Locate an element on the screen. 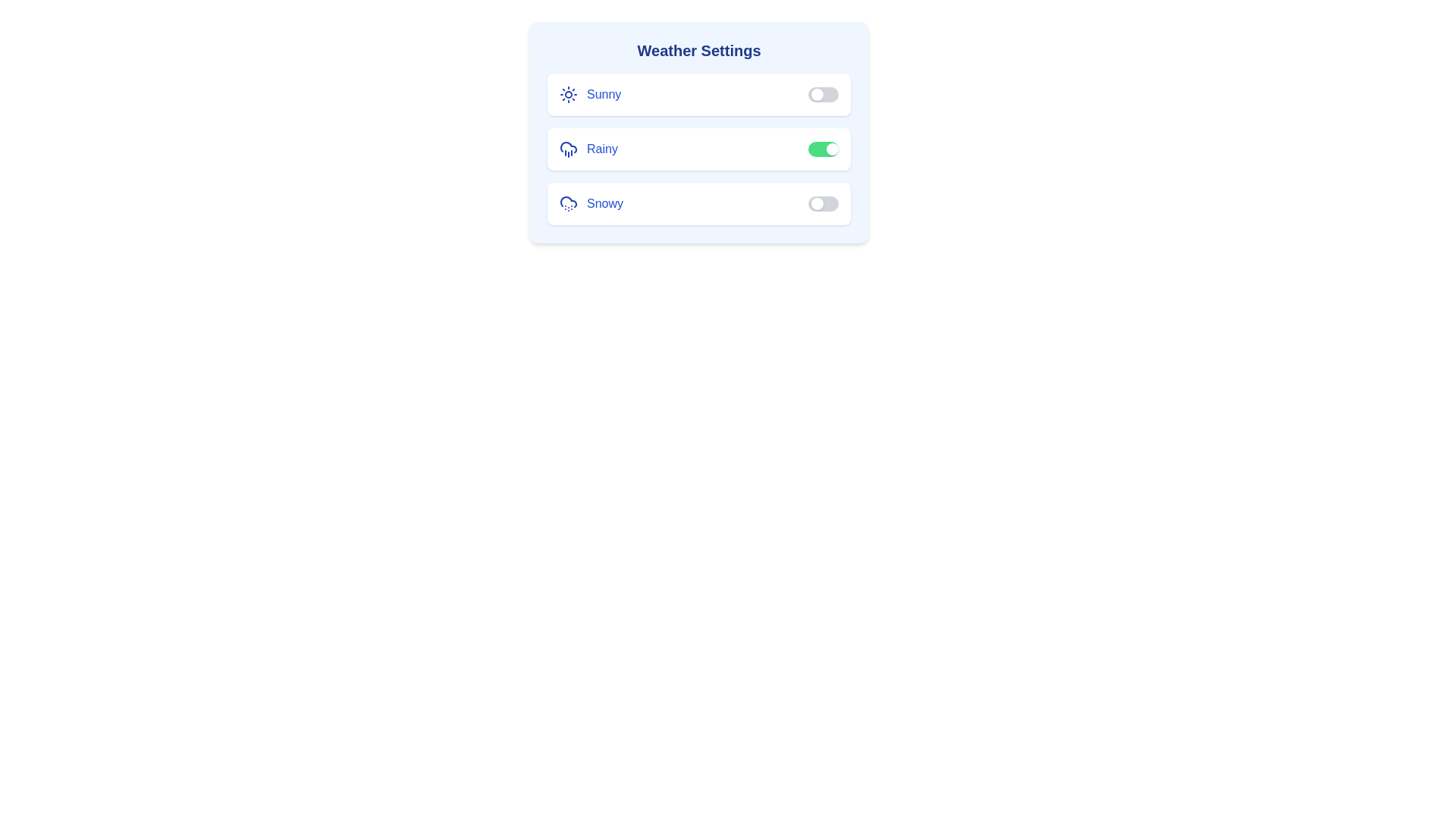 The height and width of the screenshot is (819, 1456). the toggle switch for the 'Rainy' setting is located at coordinates (822, 149).